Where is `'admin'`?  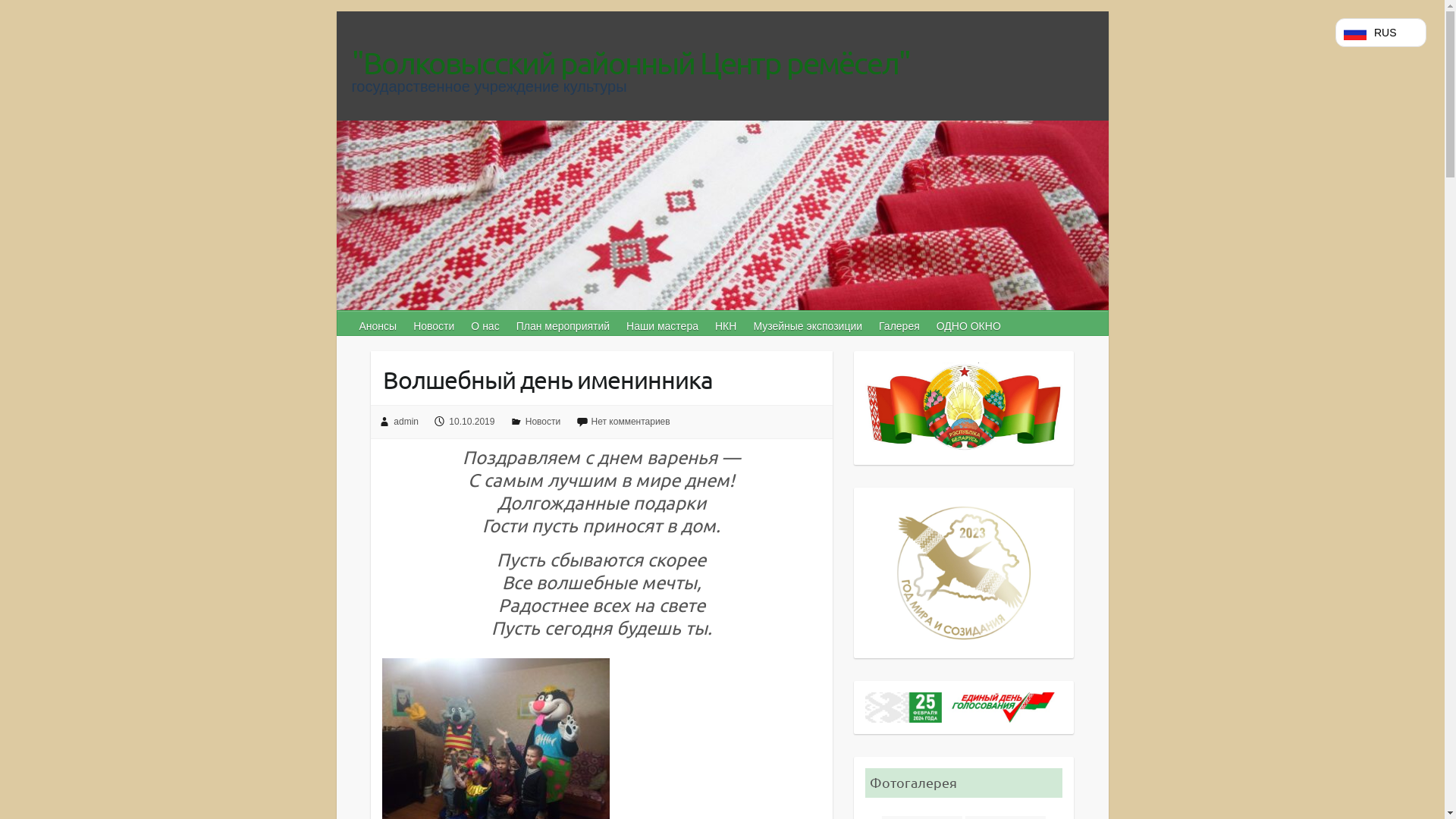
'admin' is located at coordinates (406, 421).